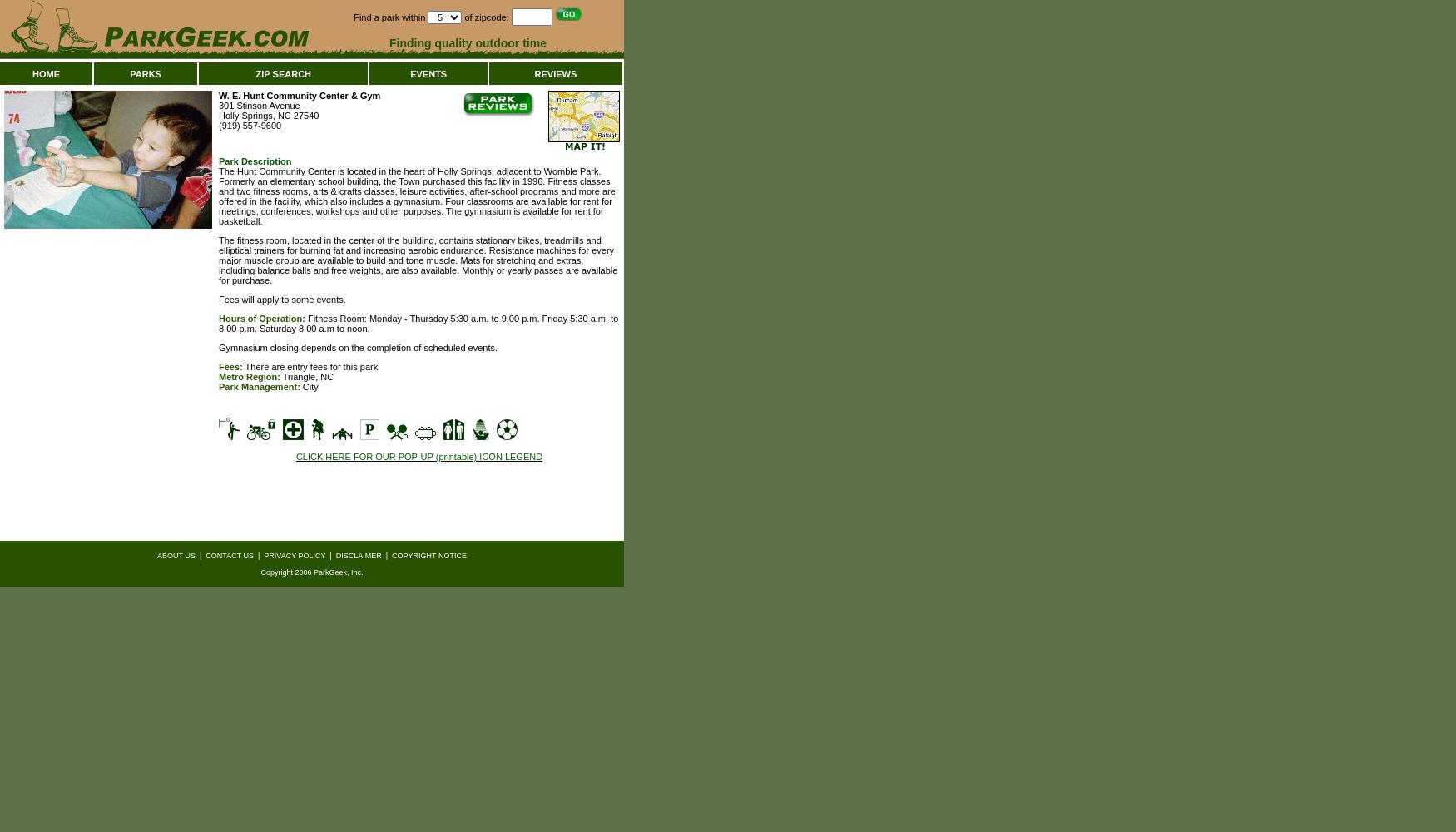 This screenshot has height=832, width=1456. What do you see at coordinates (417, 260) in the screenshot?
I see `'The fitness room, located in the center of the building, contains stationary bikes, treadmills and elliptical trainers for burning fat and increasing aerobic endurance. Resistance machines for every major muscle group are available to build and tone muscle. Mats for stretching and extras, including balance balls and free weights, are also available. Monthly or yearly passes are available for purchase.'` at bounding box center [417, 260].